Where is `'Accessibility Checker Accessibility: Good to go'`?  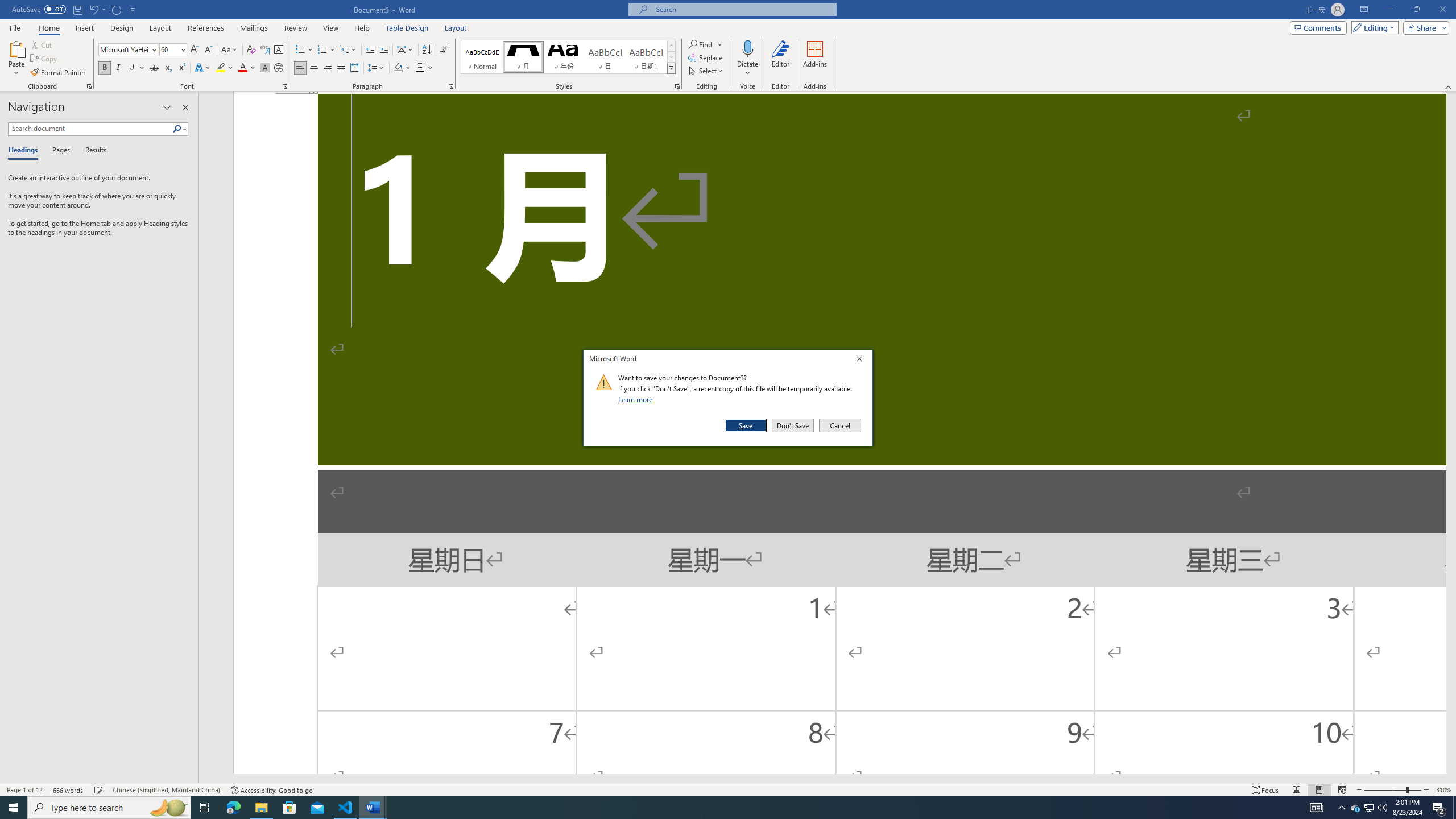 'Accessibility Checker Accessibility: Good to go' is located at coordinates (271, 790).